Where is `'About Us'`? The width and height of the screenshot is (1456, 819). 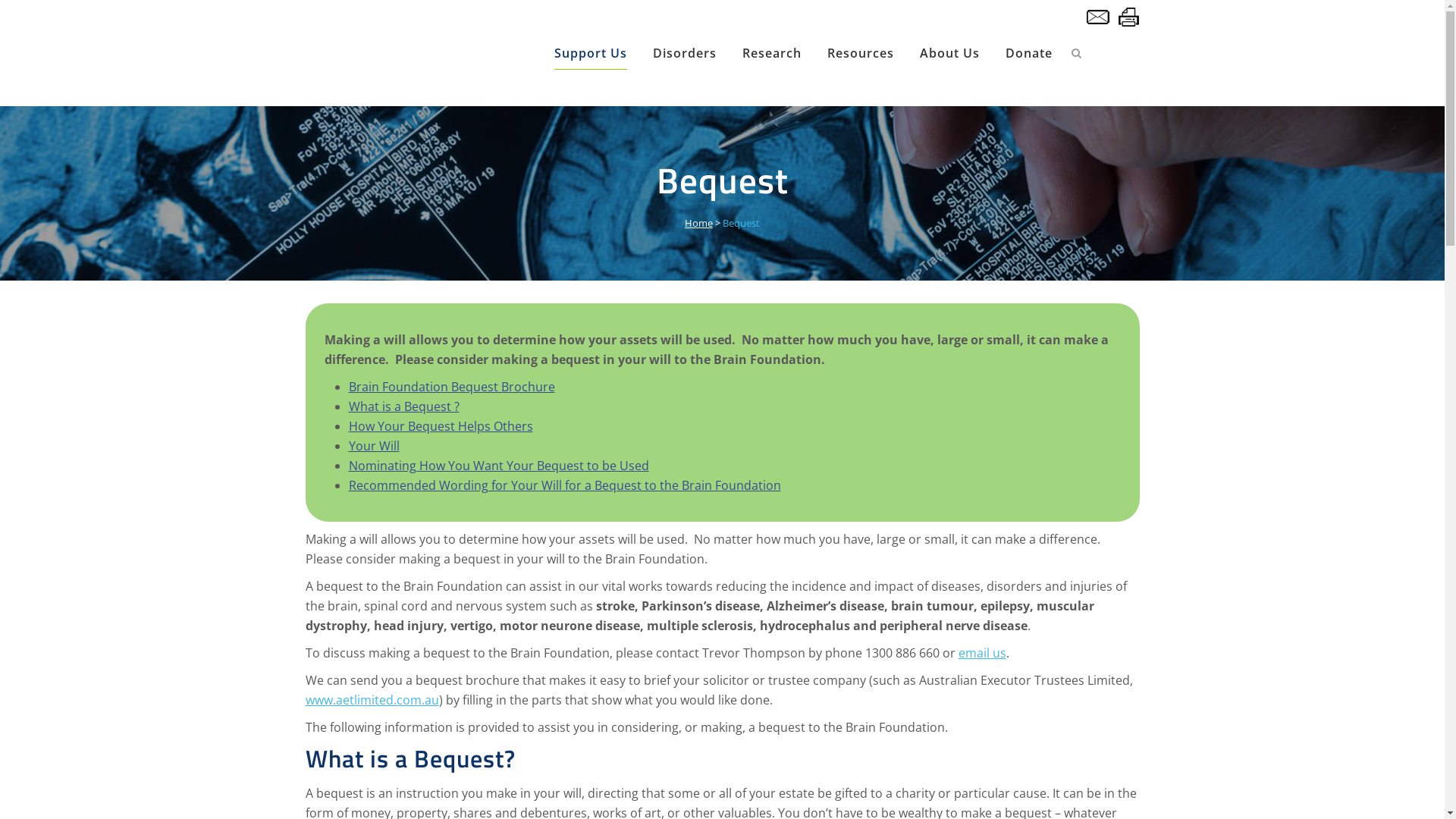 'About Us' is located at coordinates (949, 52).